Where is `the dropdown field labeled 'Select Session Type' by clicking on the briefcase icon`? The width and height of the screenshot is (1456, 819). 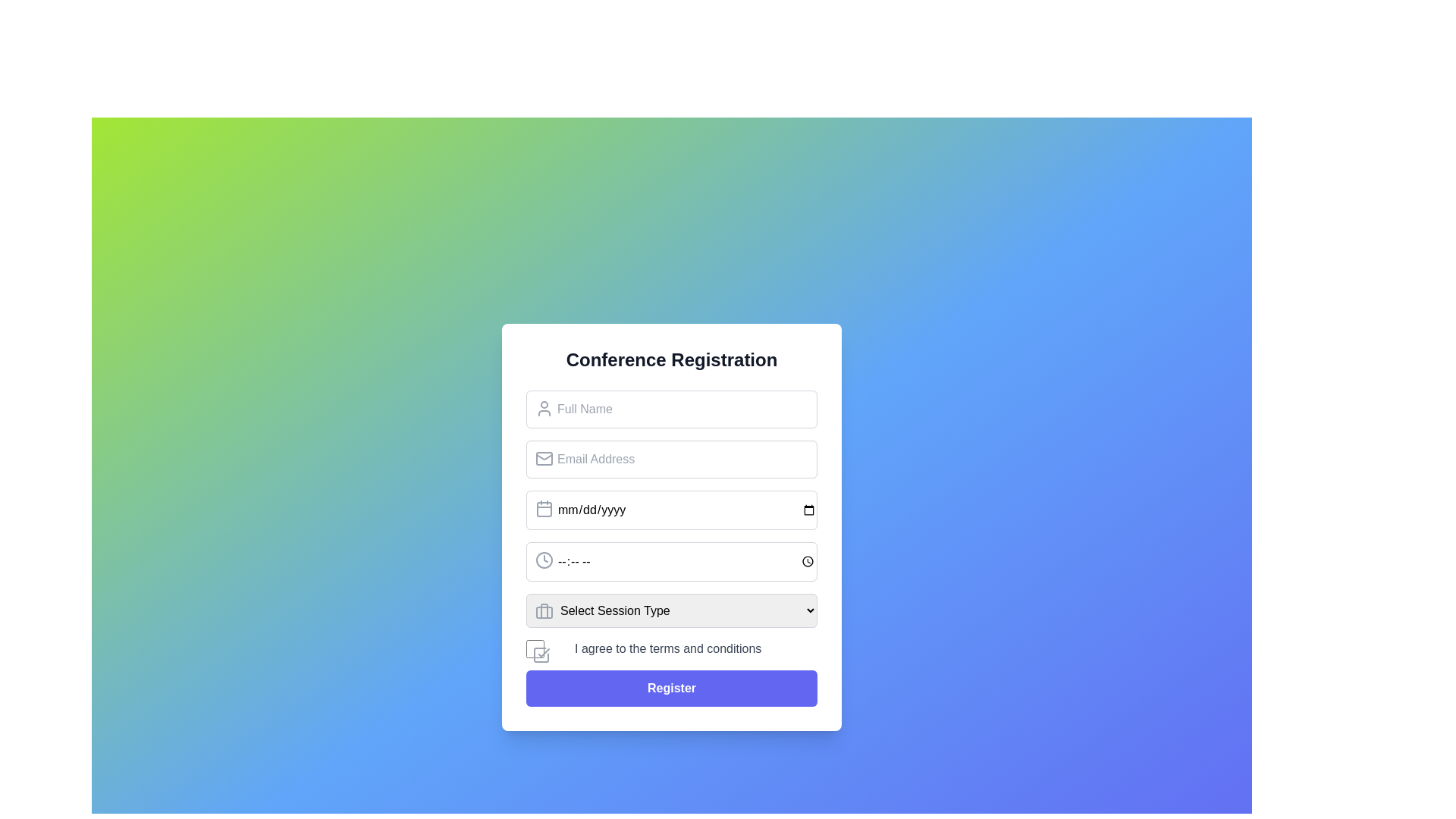
the dropdown field labeled 'Select Session Type' by clicking on the briefcase icon is located at coordinates (544, 610).